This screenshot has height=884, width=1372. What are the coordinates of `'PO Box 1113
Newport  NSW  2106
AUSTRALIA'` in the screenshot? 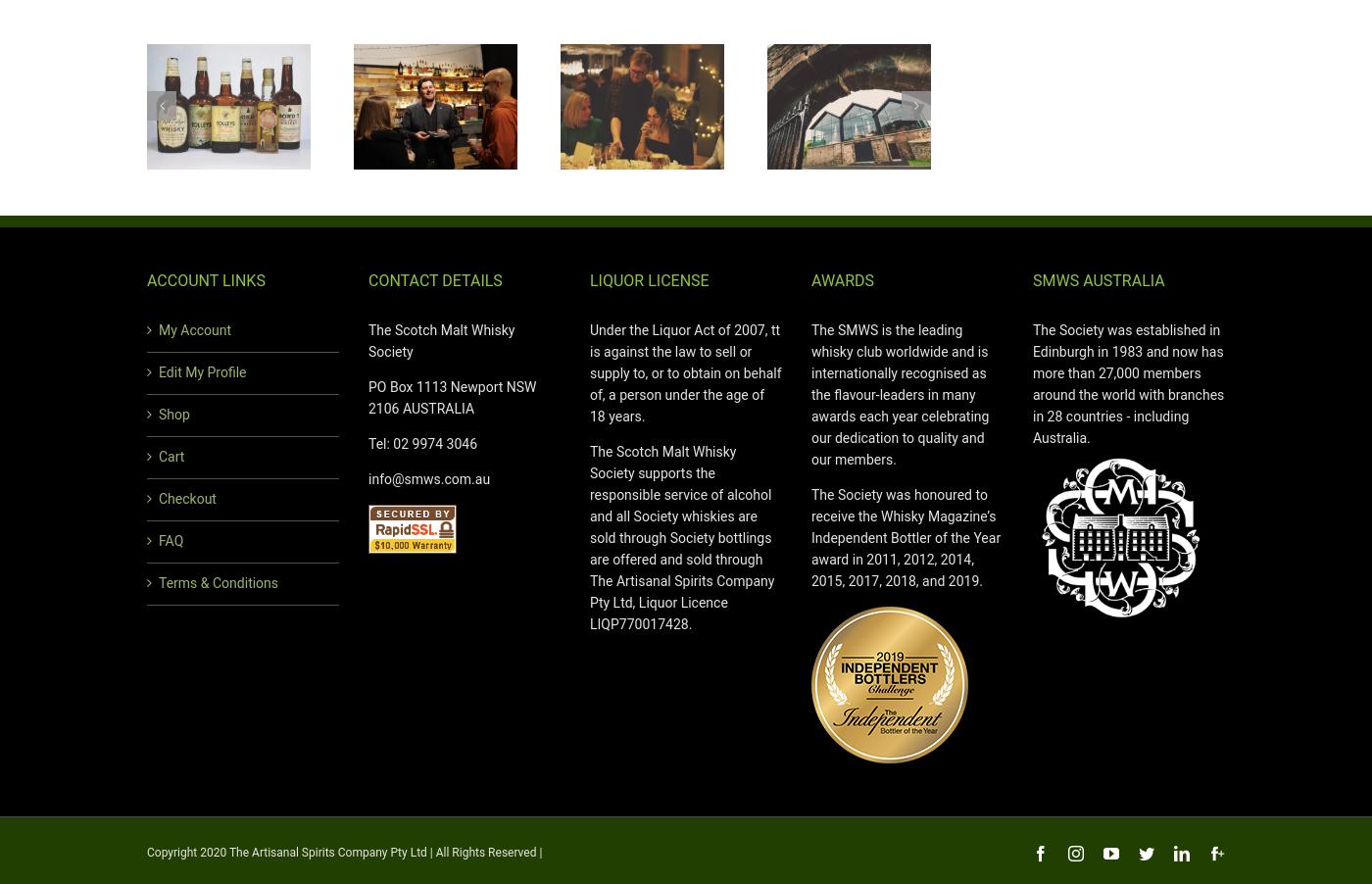 It's located at (368, 397).